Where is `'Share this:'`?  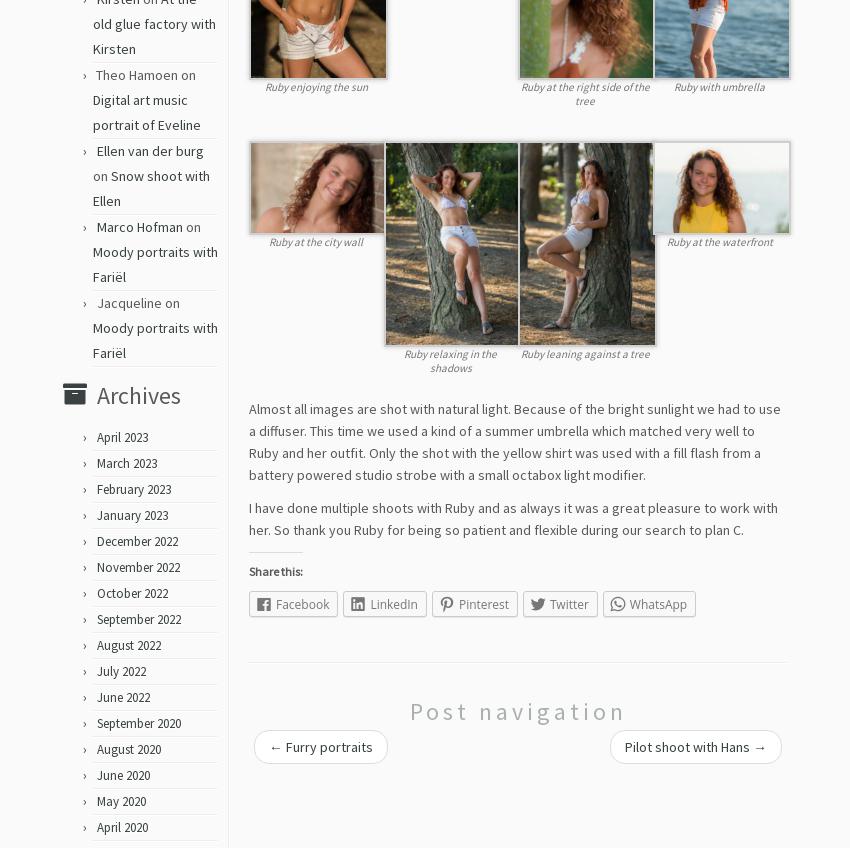
'Share this:' is located at coordinates (274, 576).